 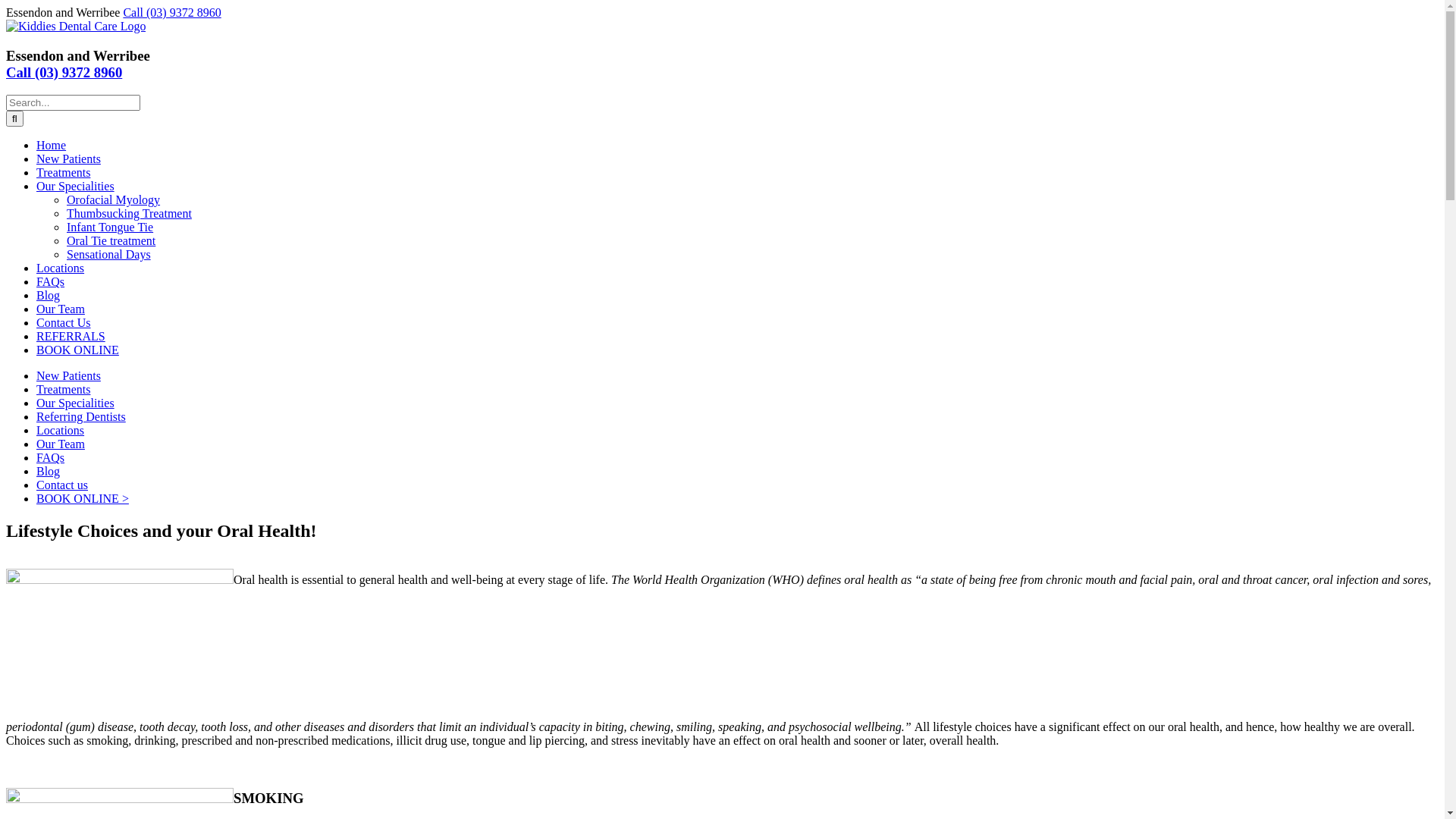 I want to click on 'Home', so click(x=51, y=145).